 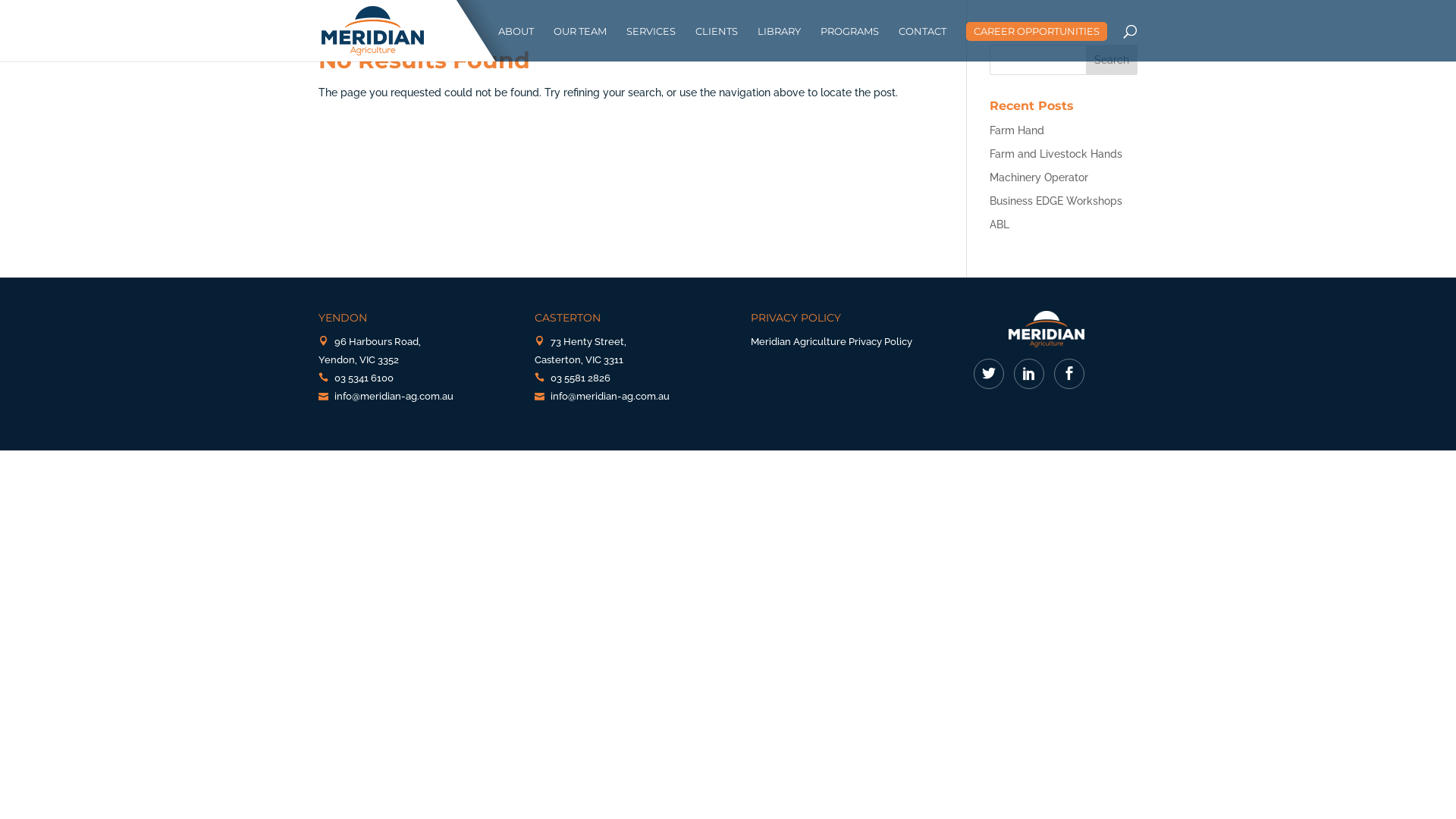 What do you see at coordinates (1055, 154) in the screenshot?
I see `'Farm and Livestock Hands'` at bounding box center [1055, 154].